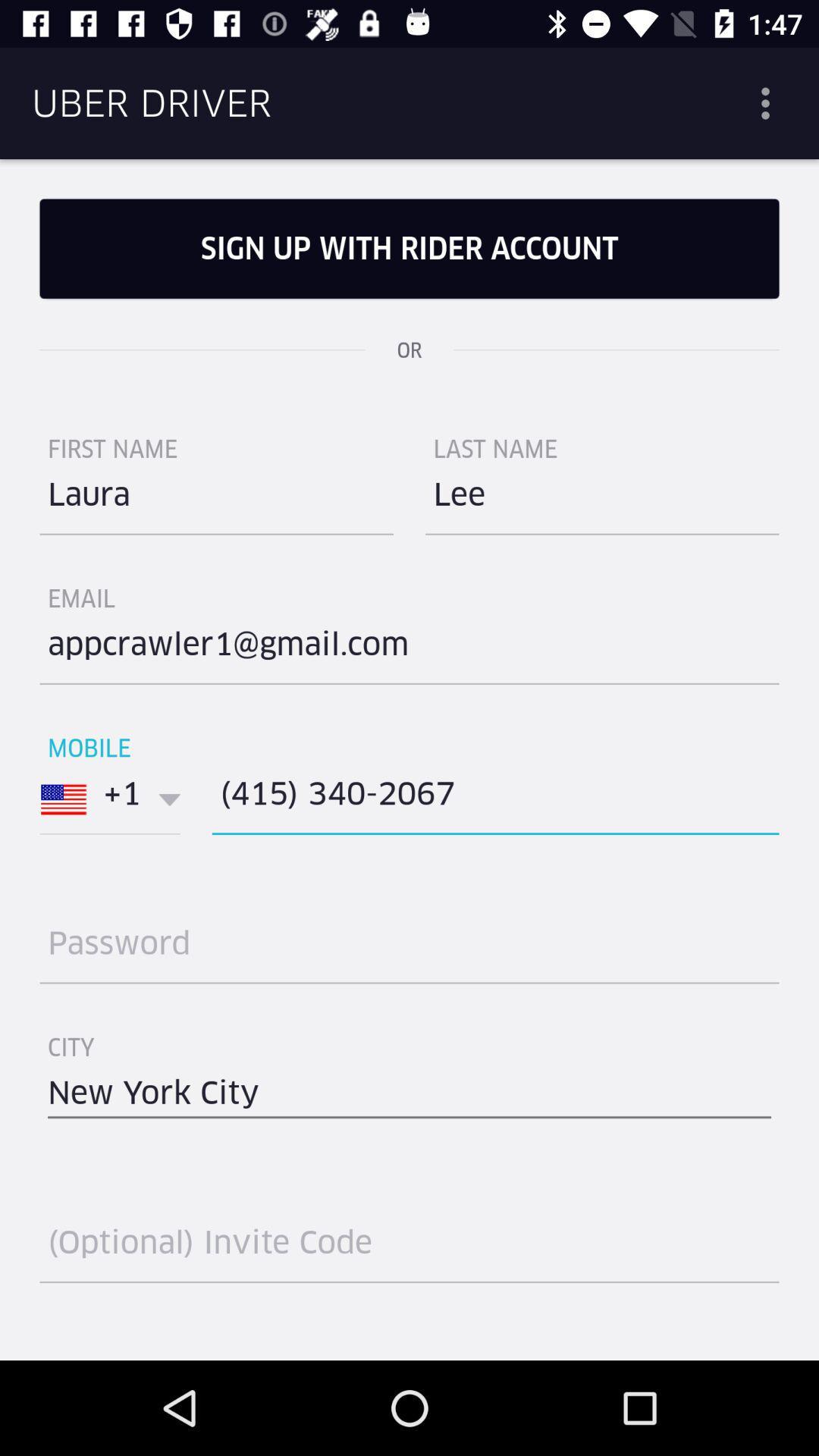 The image size is (819, 1456). What do you see at coordinates (409, 650) in the screenshot?
I see `the item above the mobile icon` at bounding box center [409, 650].